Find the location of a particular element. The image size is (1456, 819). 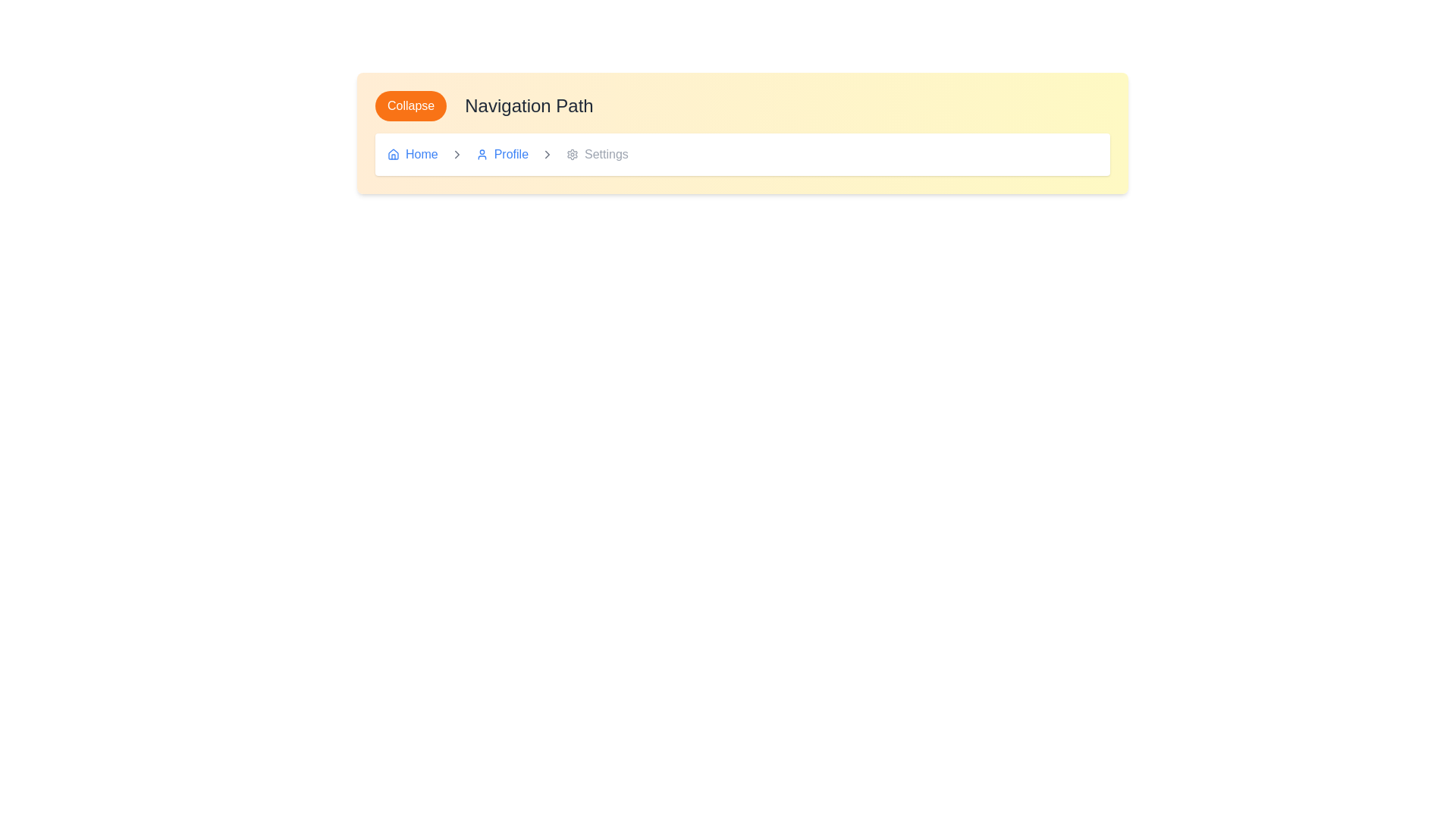

icon that serves as a visual delimiter in the breadcrumb navigation, located between the 'Home' and 'Profile' labels is located at coordinates (456, 155).